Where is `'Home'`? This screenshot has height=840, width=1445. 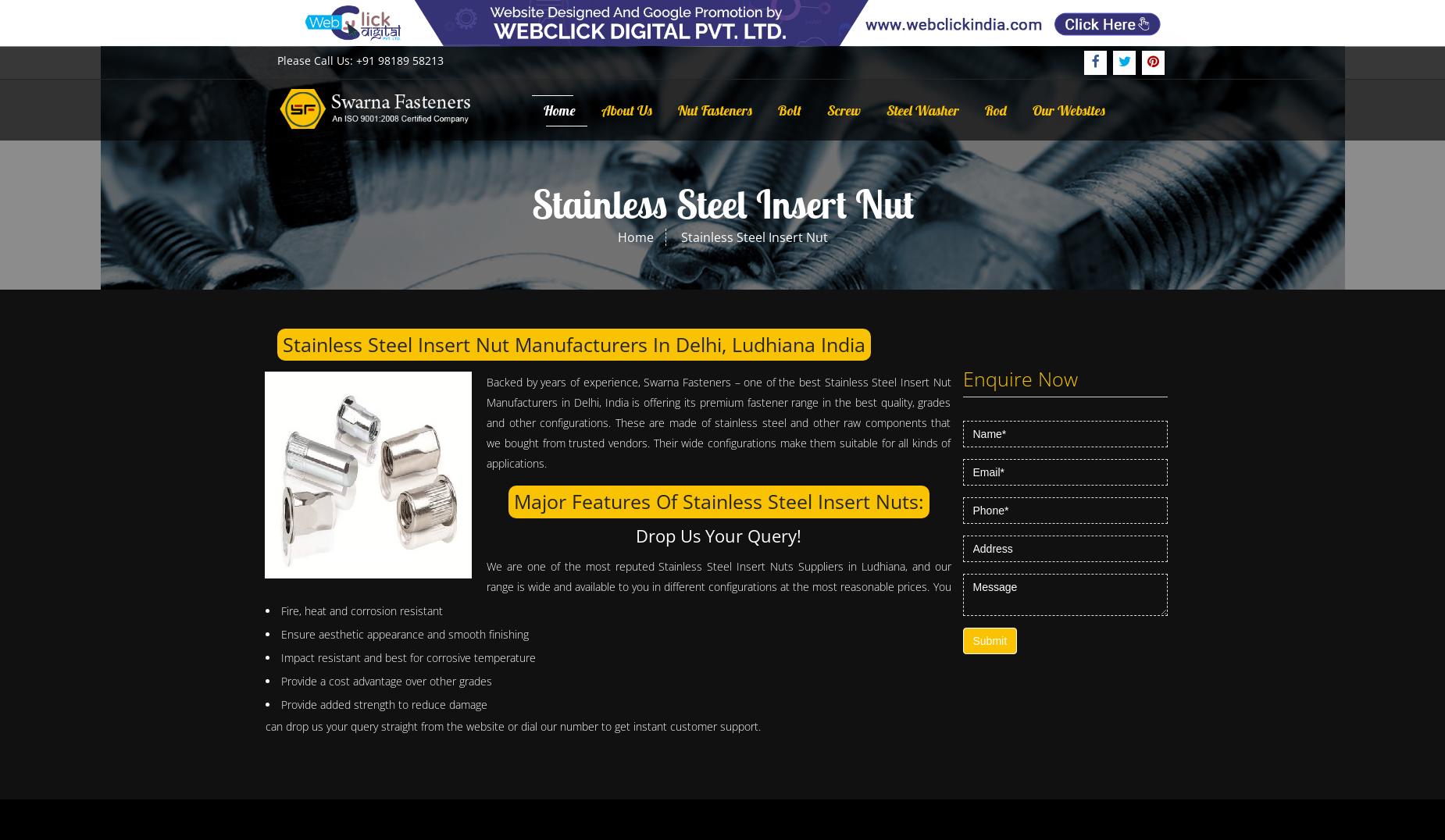
'Home' is located at coordinates (616, 236).